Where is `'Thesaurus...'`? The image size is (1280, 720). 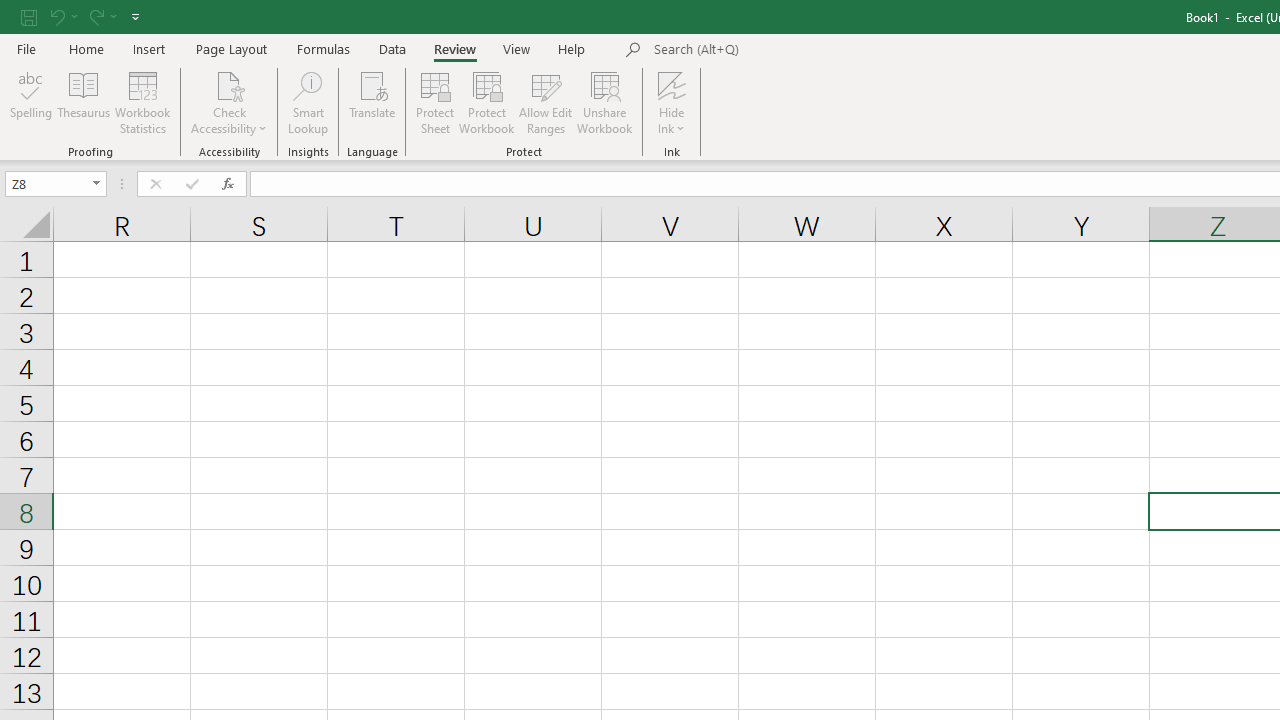
'Thesaurus...' is located at coordinates (82, 103).